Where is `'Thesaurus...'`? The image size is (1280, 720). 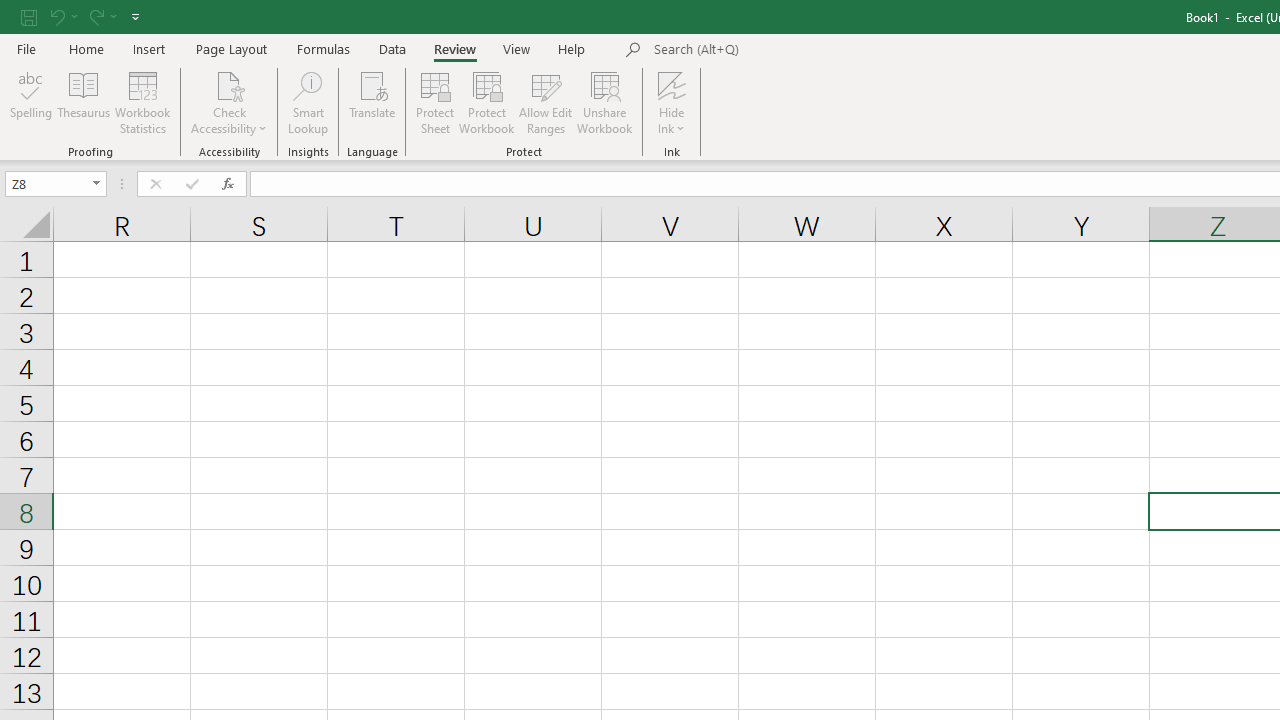
'Thesaurus...' is located at coordinates (82, 103).